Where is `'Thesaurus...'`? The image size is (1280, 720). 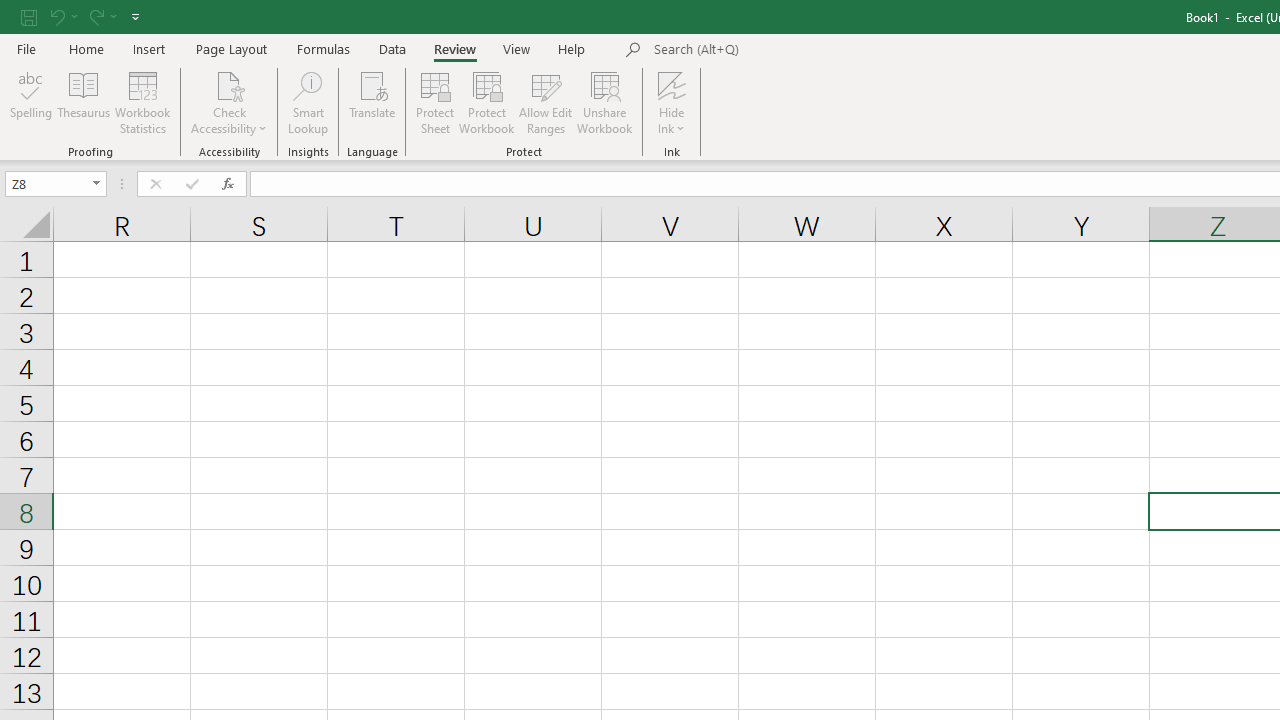
'Thesaurus...' is located at coordinates (82, 103).